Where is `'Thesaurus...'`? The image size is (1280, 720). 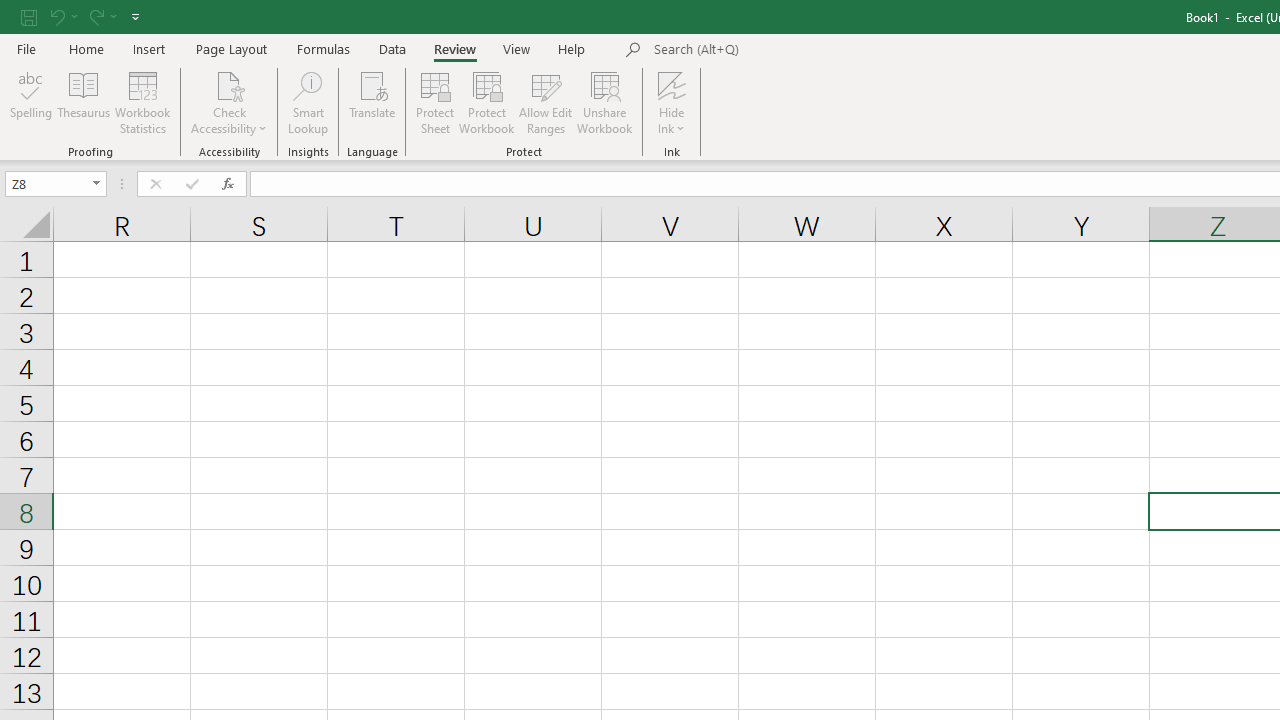
'Thesaurus...' is located at coordinates (82, 103).